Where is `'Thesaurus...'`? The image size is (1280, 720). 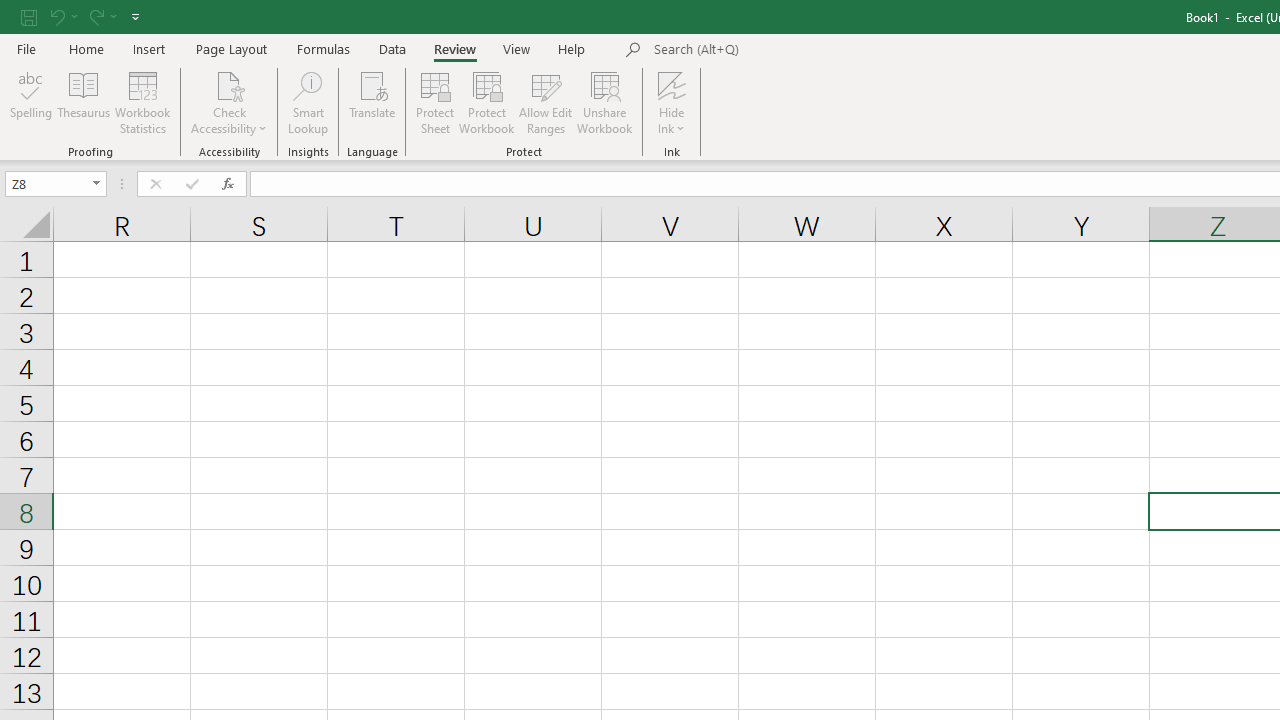
'Thesaurus...' is located at coordinates (82, 103).